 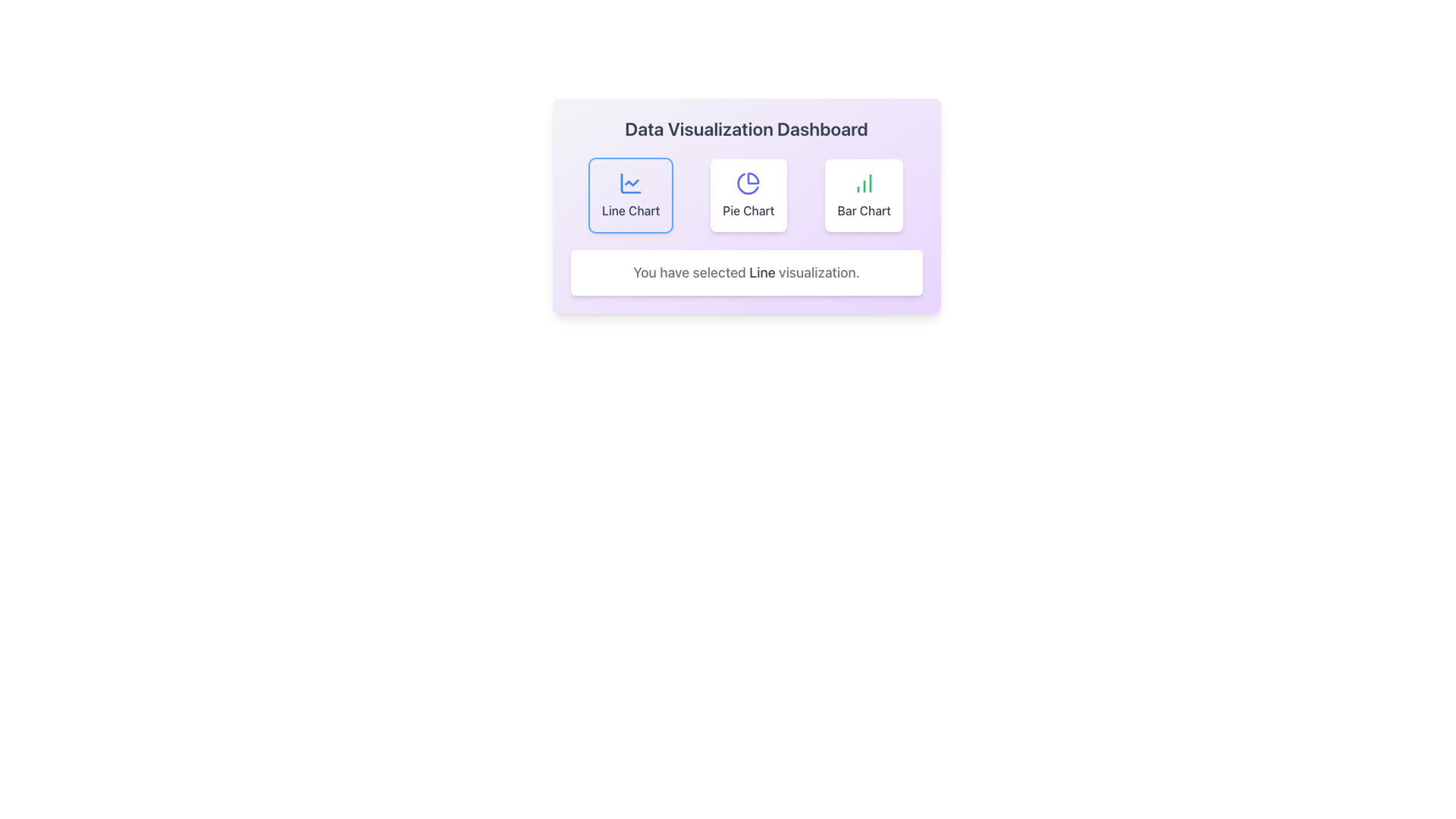 What do you see at coordinates (864, 195) in the screenshot?
I see `the button that visualizes data as a bar chart, which is the third card in a row of three cards, located to the right of the 'Pie Chart' card` at bounding box center [864, 195].